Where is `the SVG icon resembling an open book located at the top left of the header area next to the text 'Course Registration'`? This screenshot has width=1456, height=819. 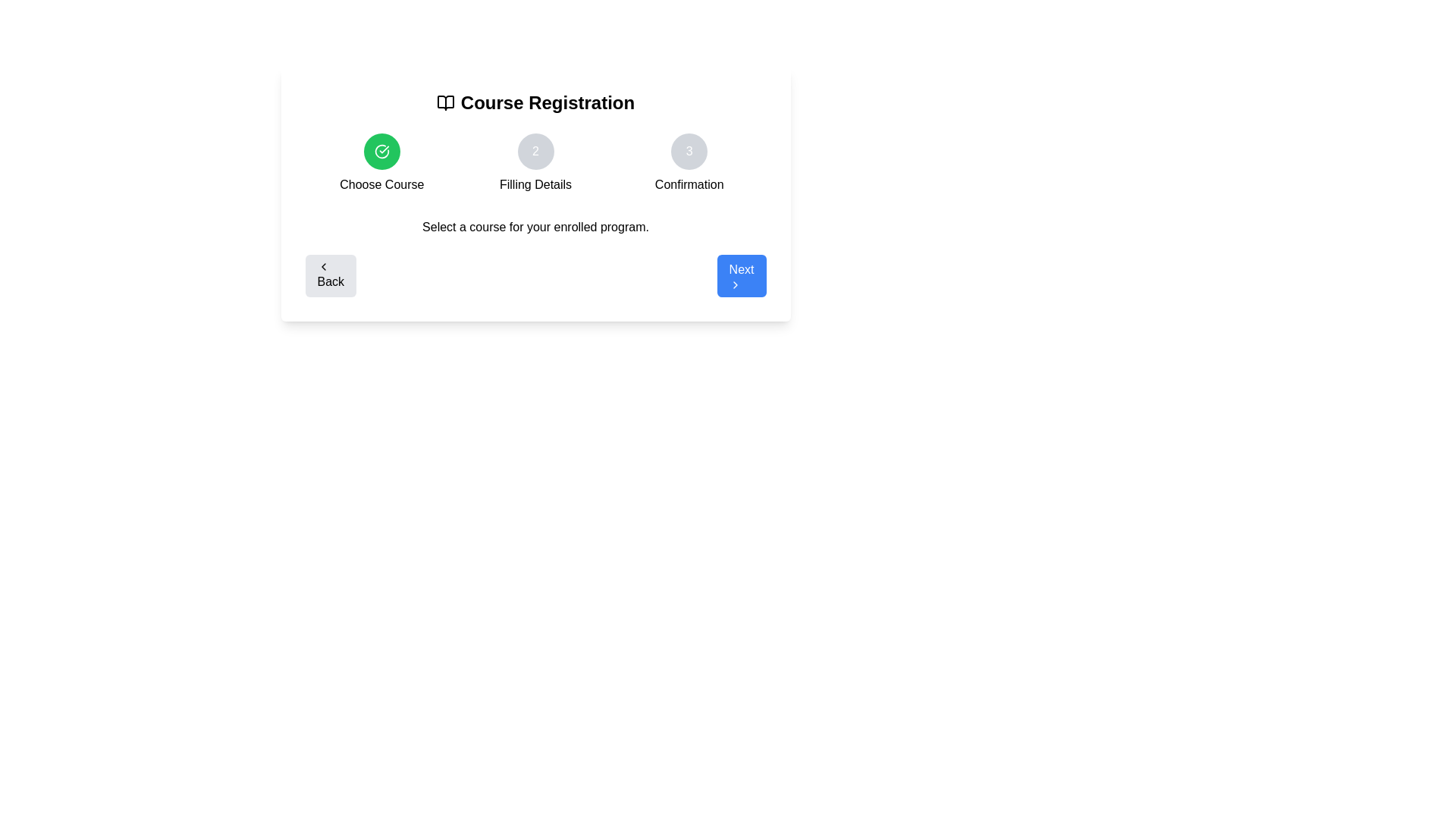
the SVG icon resembling an open book located at the top left of the header area next to the text 'Course Registration' is located at coordinates (444, 102).